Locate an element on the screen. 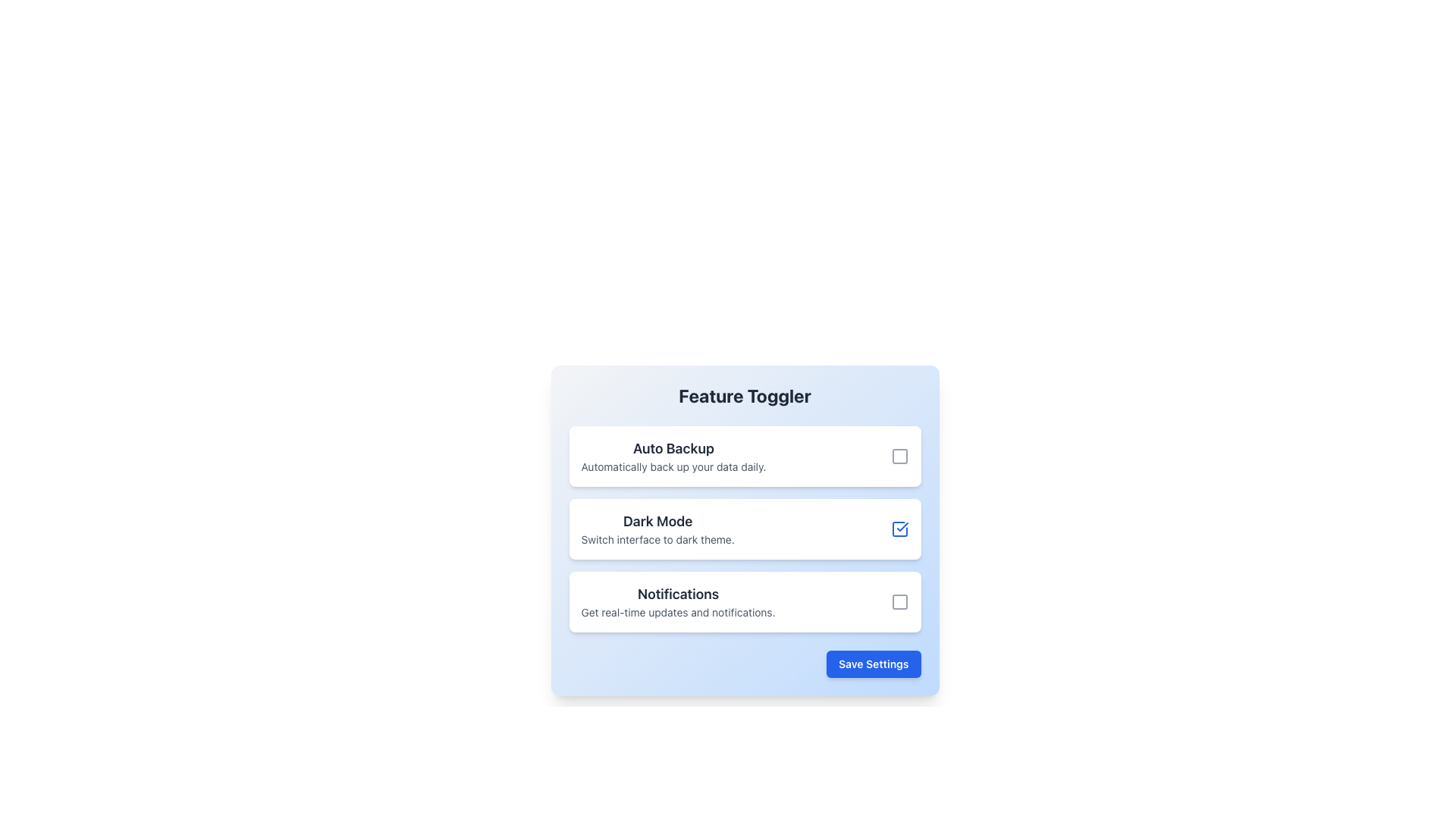  the top-left corner of the square outline within the blue checkmark SVG icon located on the right side of the 'Dark Mode' toggle option in the dialog box is located at coordinates (899, 529).